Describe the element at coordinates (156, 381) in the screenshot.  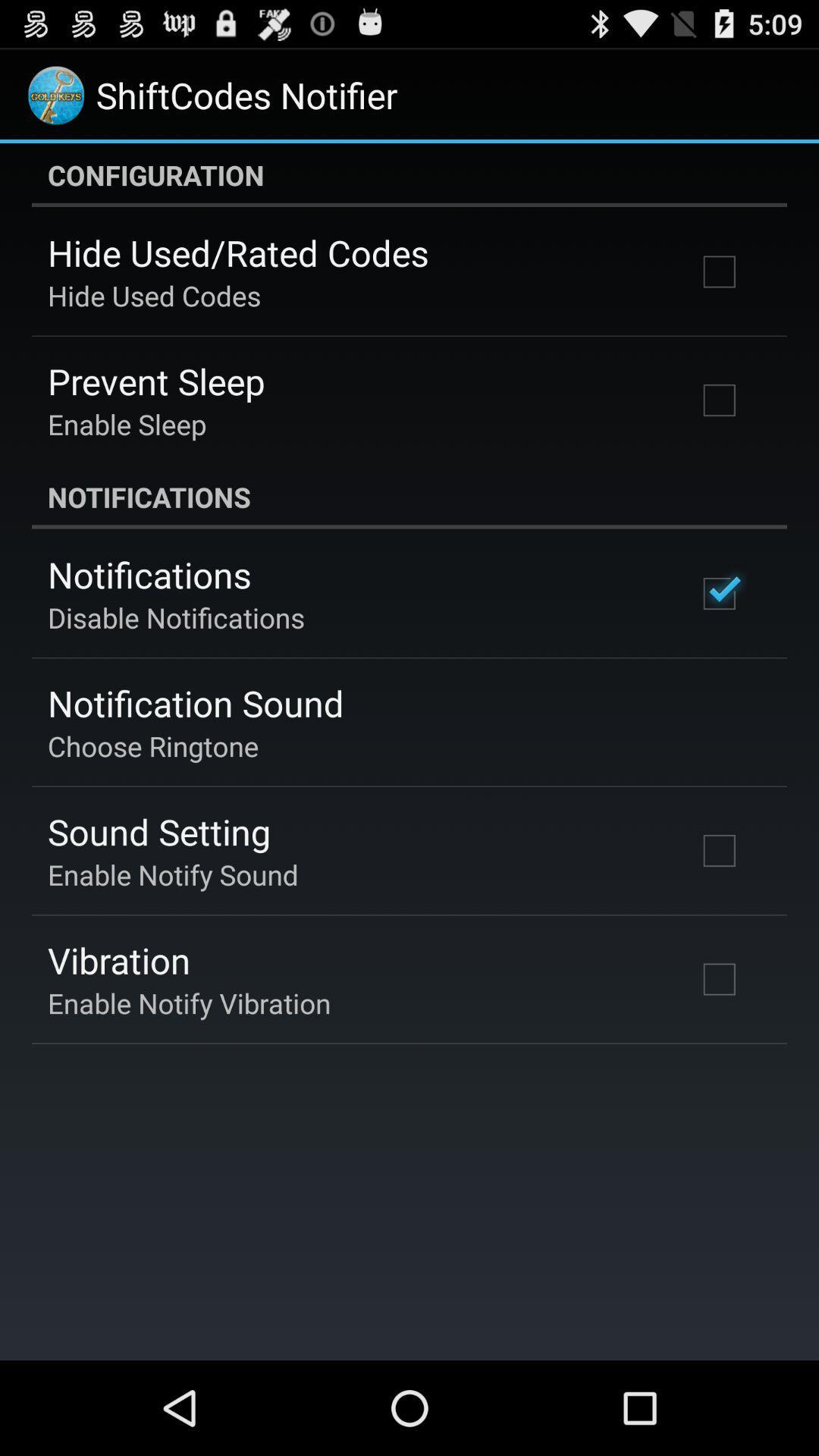
I see `prevent sleep` at that location.